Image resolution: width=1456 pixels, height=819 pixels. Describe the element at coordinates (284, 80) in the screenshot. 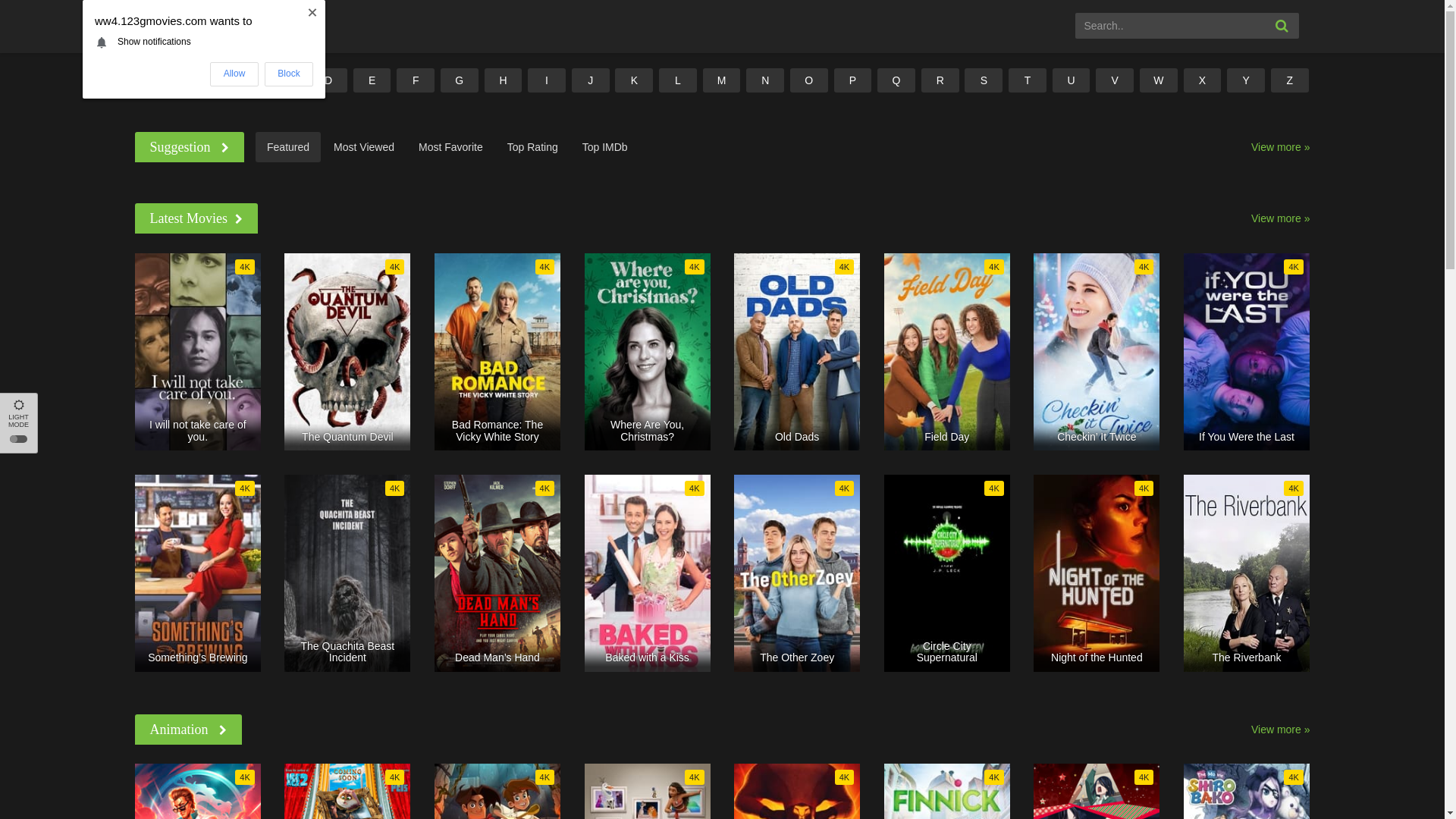

I see `'C'` at that location.